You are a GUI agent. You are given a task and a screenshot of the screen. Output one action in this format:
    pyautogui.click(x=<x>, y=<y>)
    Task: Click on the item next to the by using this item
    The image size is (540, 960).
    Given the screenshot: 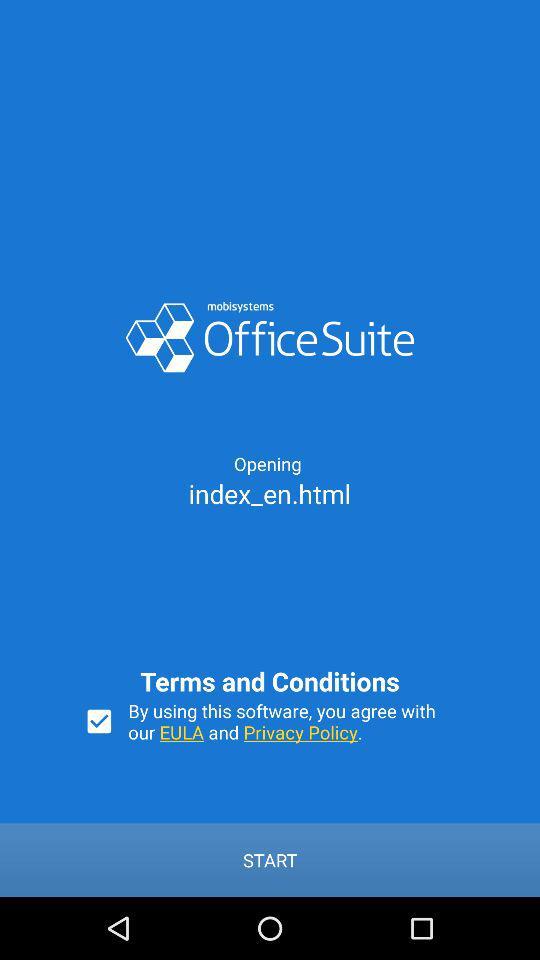 What is the action you would take?
    pyautogui.click(x=98, y=720)
    